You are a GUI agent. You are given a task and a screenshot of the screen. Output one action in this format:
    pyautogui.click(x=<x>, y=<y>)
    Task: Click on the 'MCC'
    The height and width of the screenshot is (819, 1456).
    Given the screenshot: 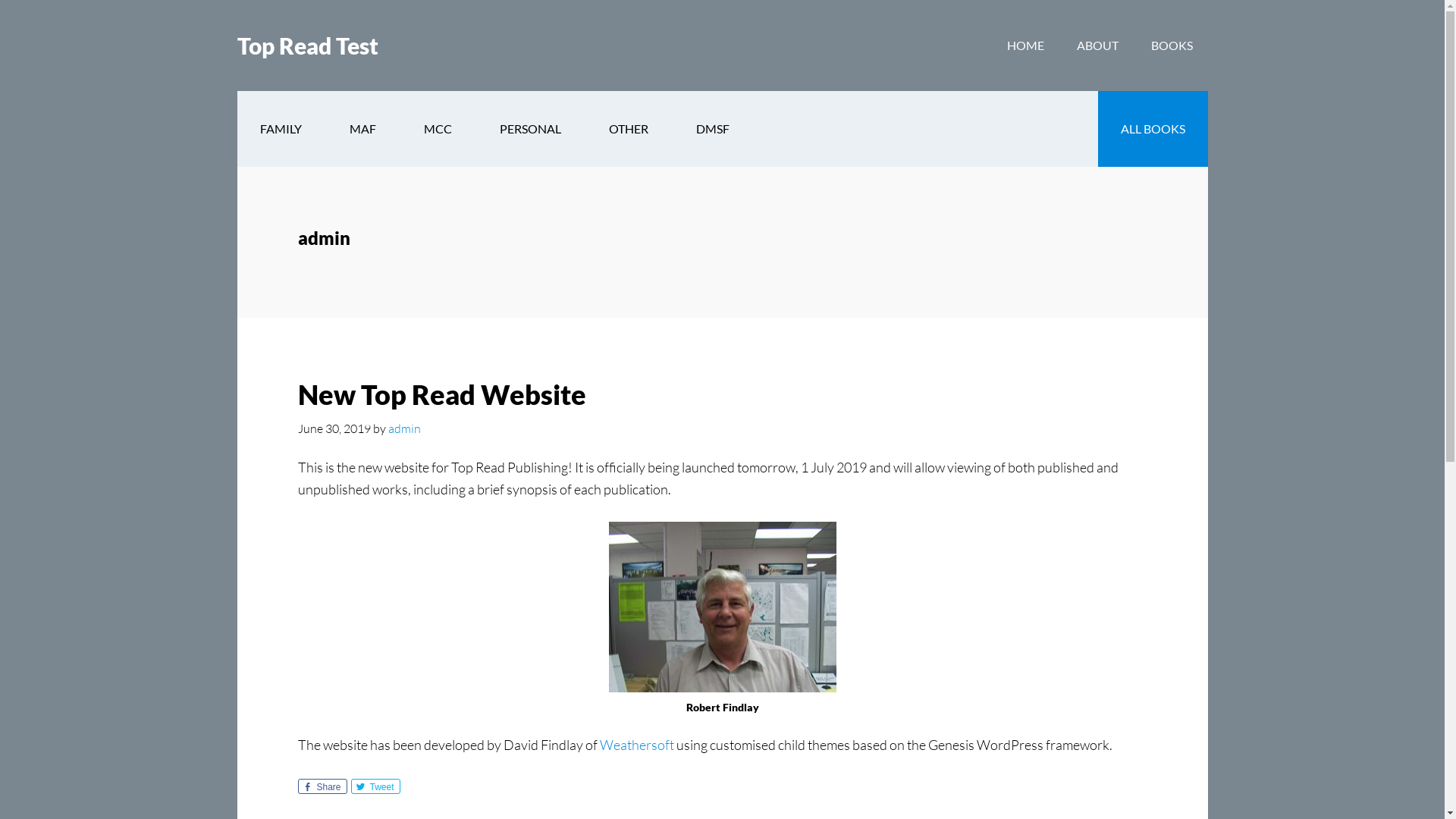 What is the action you would take?
    pyautogui.click(x=436, y=127)
    